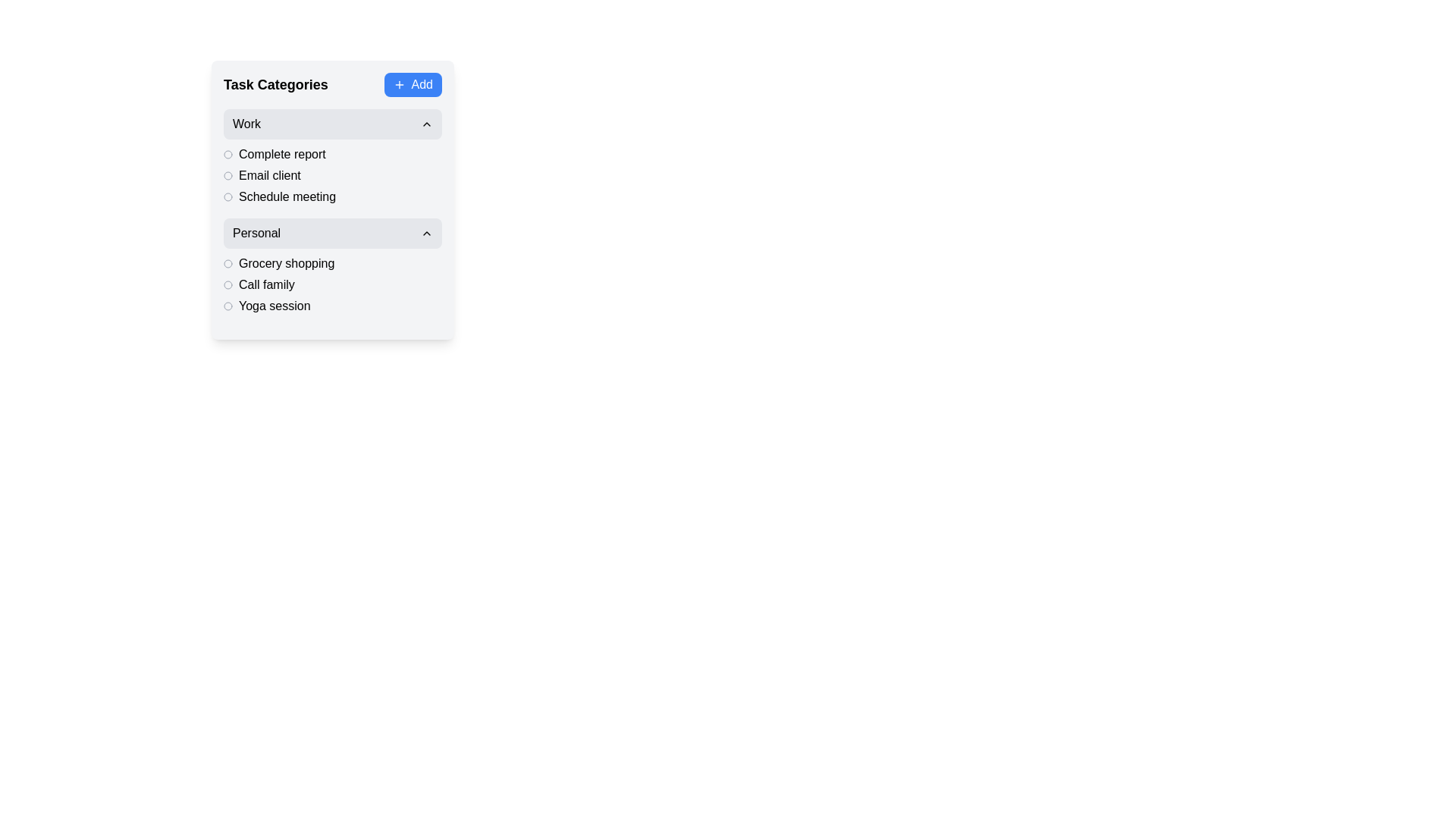 Image resolution: width=1456 pixels, height=819 pixels. I want to click on the circular selection marker next to 'Yoga session', so click(227, 306).